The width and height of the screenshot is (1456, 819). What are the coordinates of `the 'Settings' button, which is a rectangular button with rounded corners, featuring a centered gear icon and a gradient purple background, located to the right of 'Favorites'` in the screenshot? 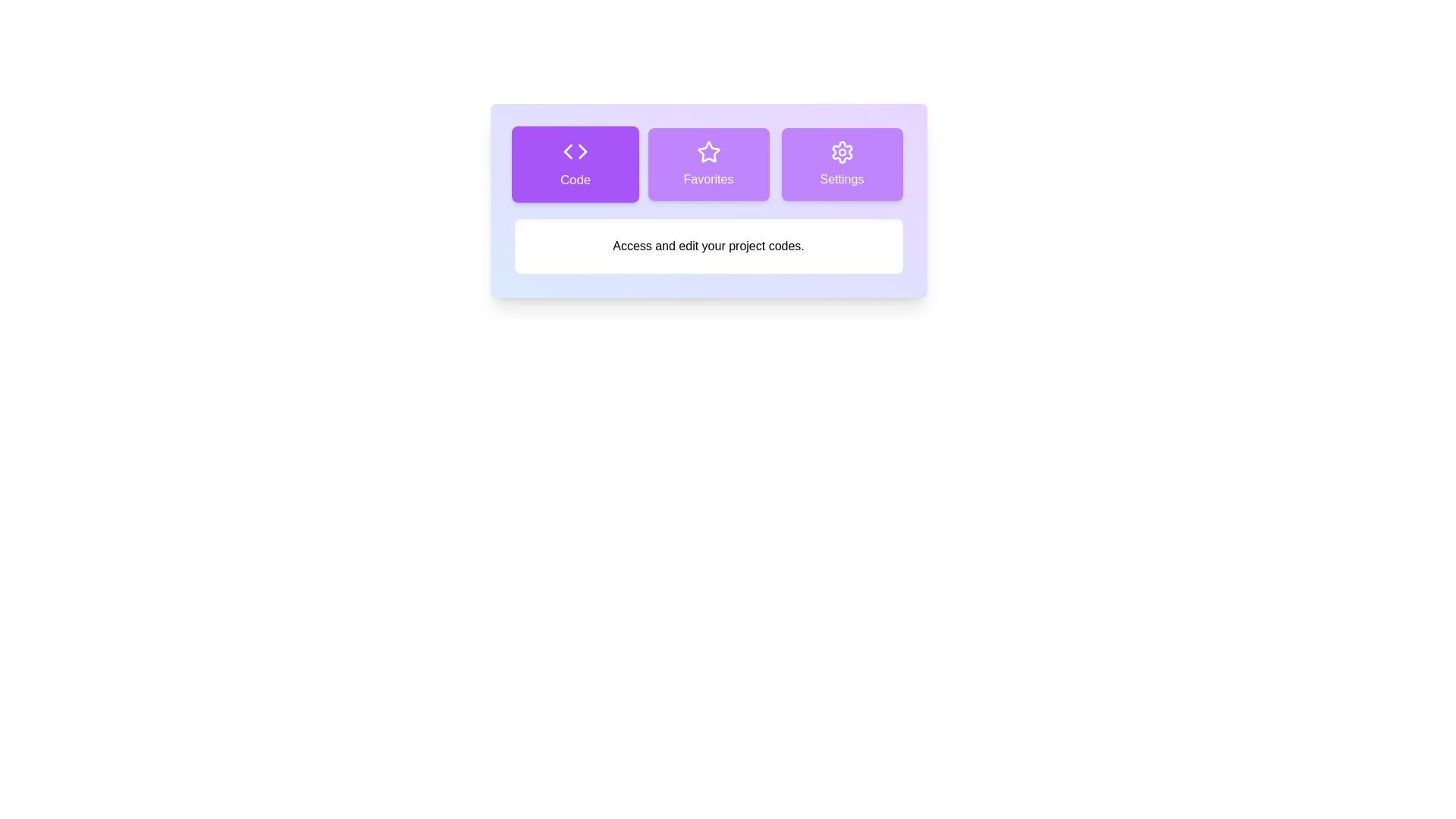 It's located at (841, 164).